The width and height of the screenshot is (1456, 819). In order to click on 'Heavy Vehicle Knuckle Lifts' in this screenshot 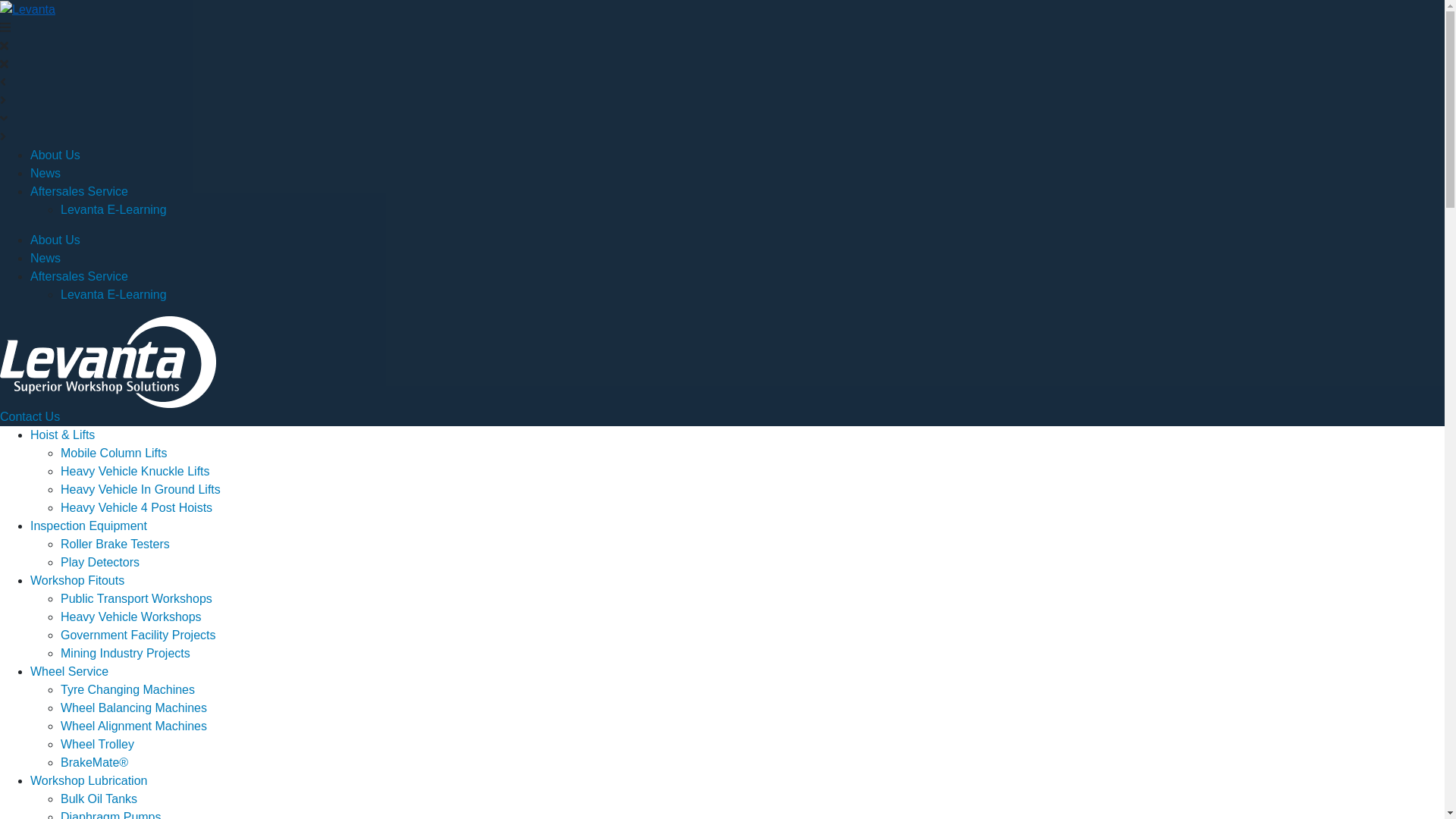, I will do `click(135, 470)`.